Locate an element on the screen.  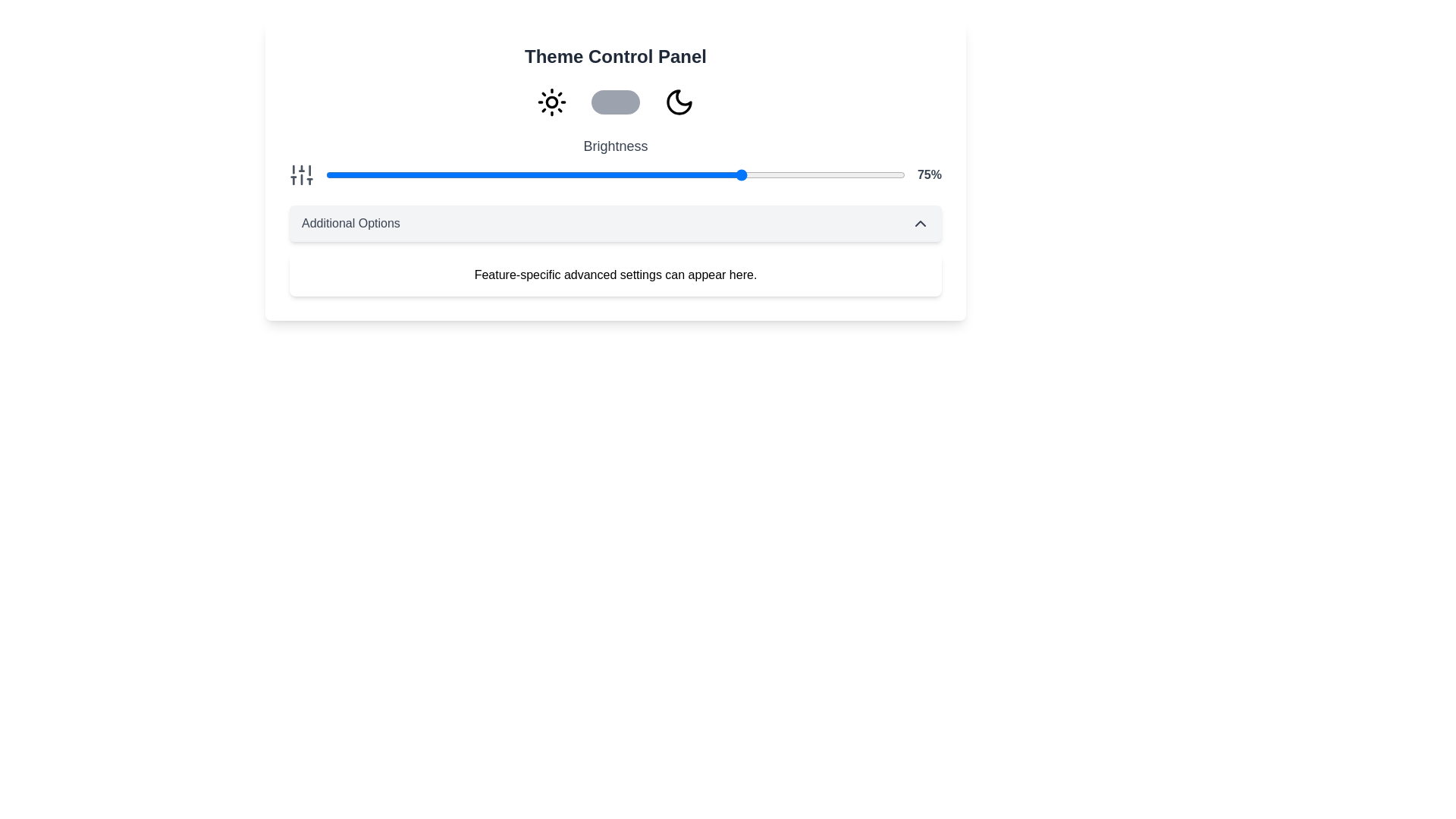
the decorative circular shape representing the nucleus of the sun icon, which is positioned at the center of the sun icon in the upper section of the panel is located at coordinates (551, 102).